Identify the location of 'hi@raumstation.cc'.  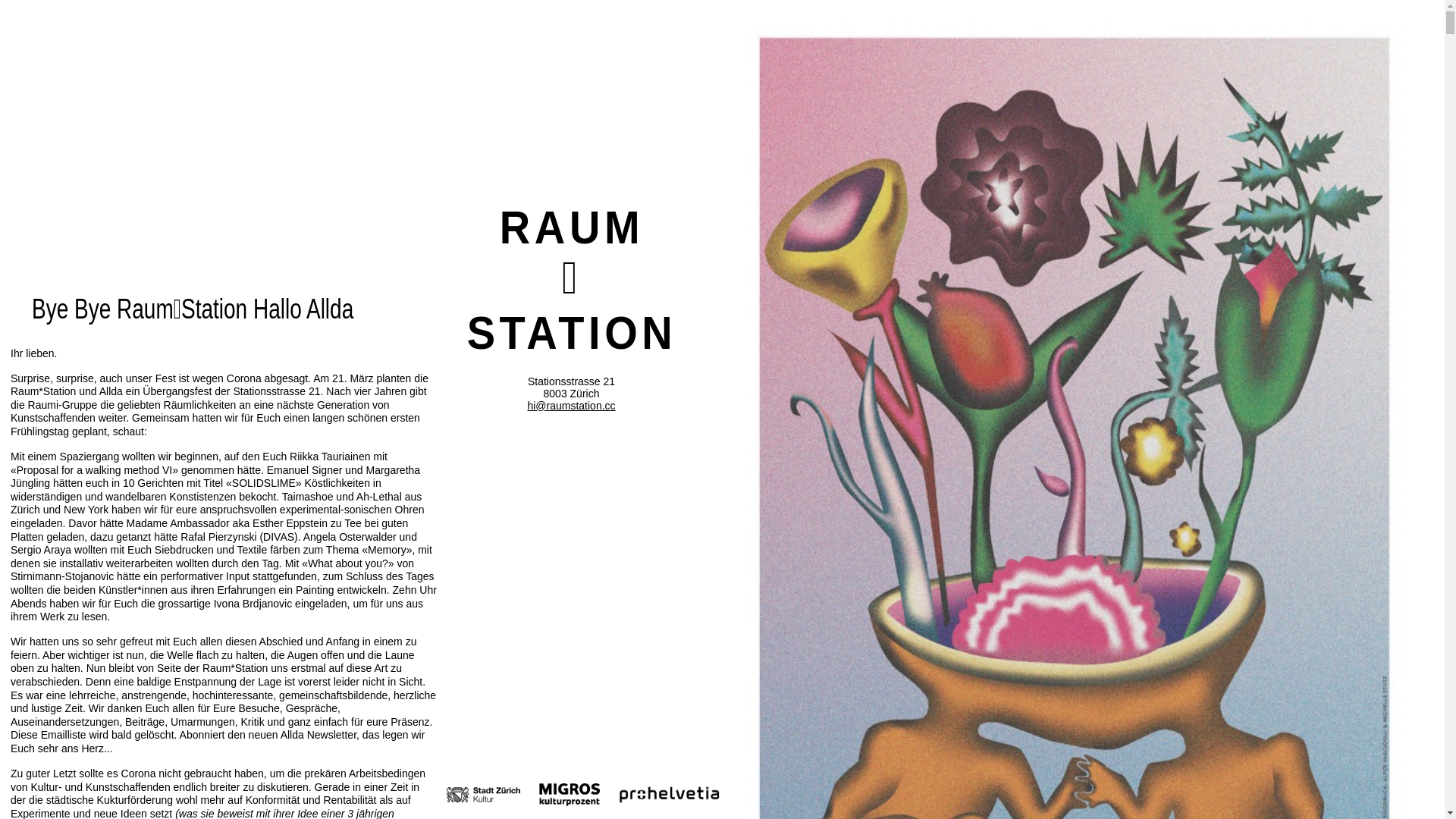
(570, 405).